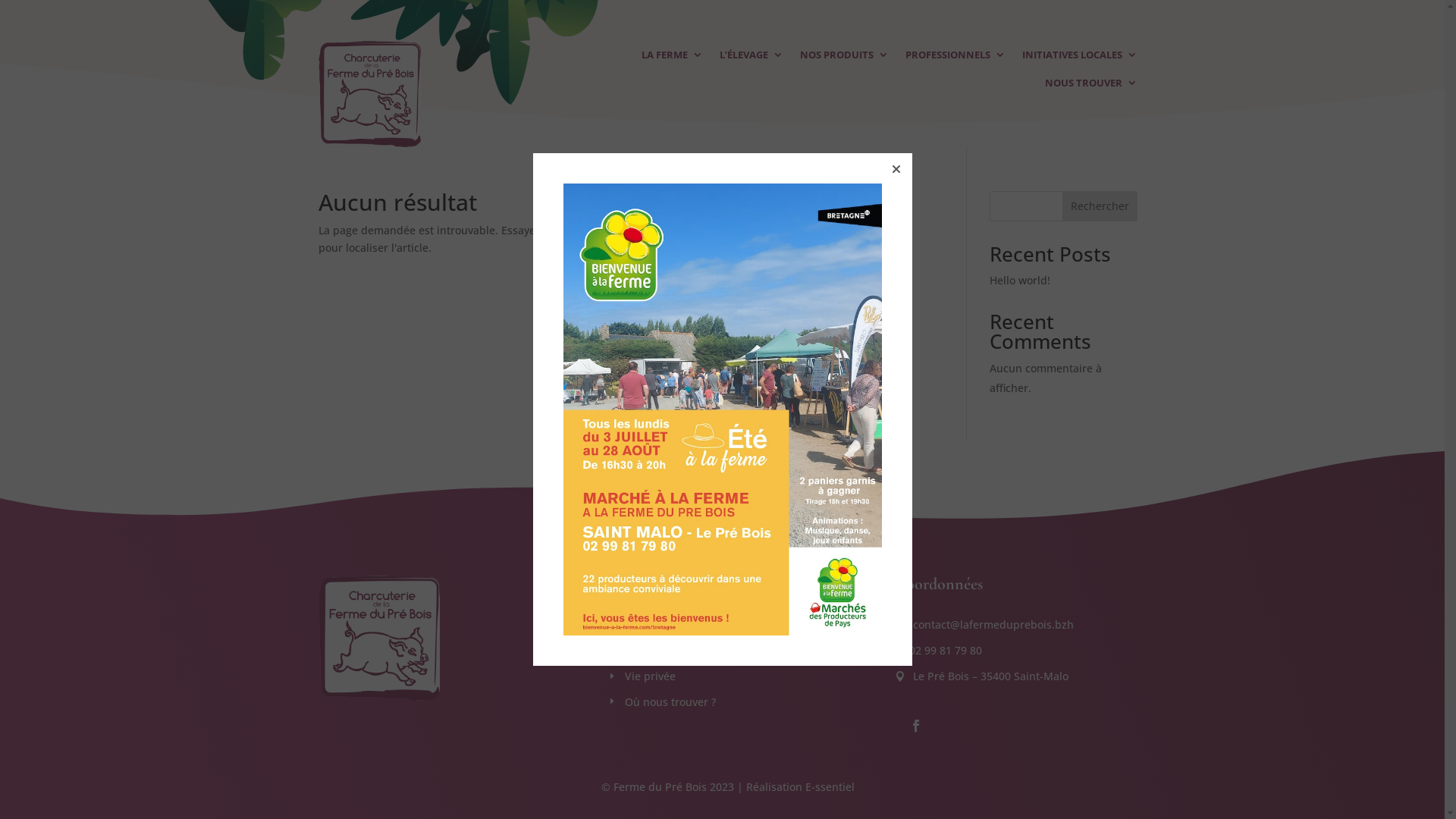 The height and width of the screenshot is (819, 1456). What do you see at coordinates (1090, 86) in the screenshot?
I see `'NOUS TROUVER'` at bounding box center [1090, 86].